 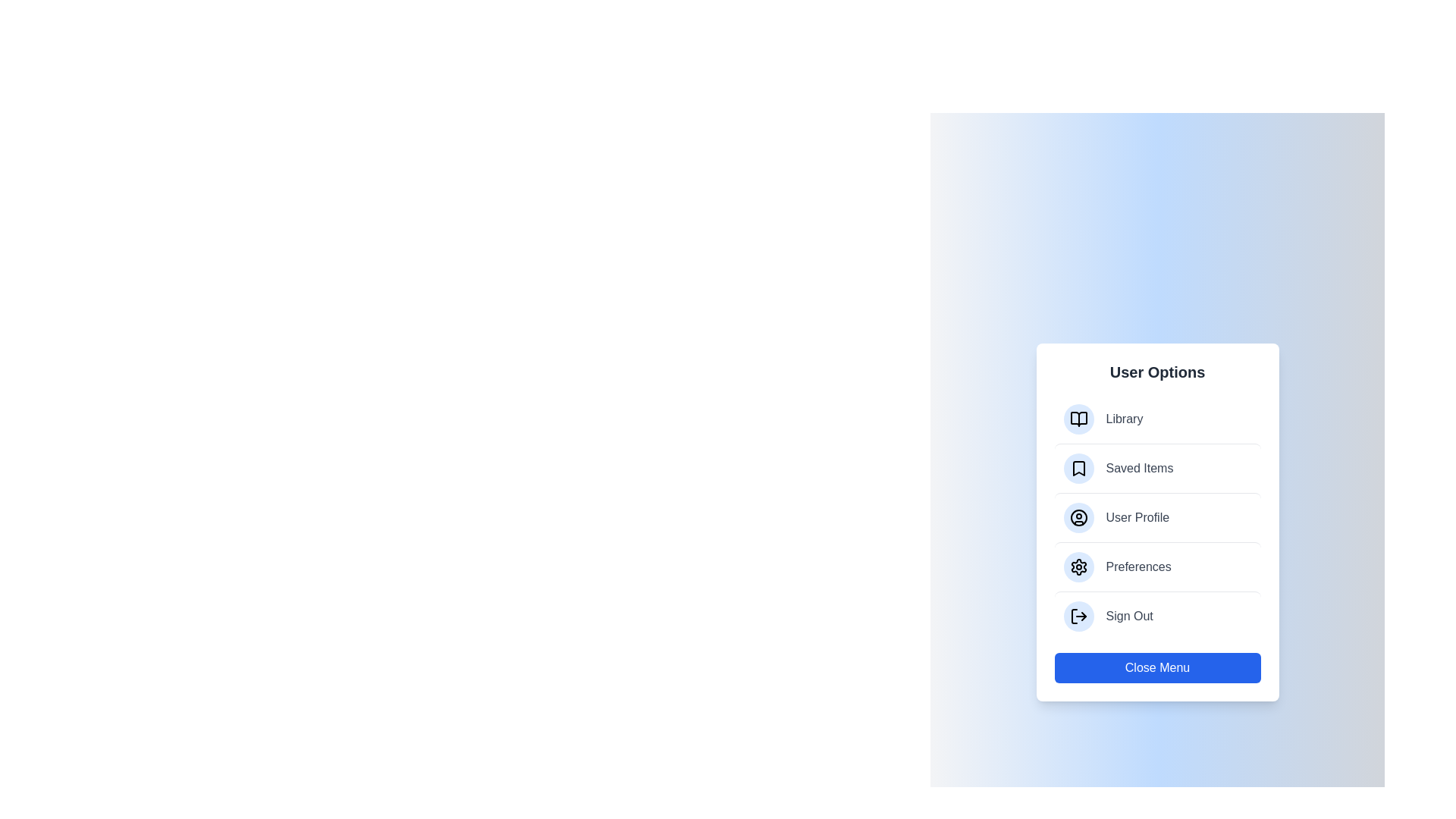 What do you see at coordinates (1156, 516) in the screenshot?
I see `the menu item labeled User Profile` at bounding box center [1156, 516].